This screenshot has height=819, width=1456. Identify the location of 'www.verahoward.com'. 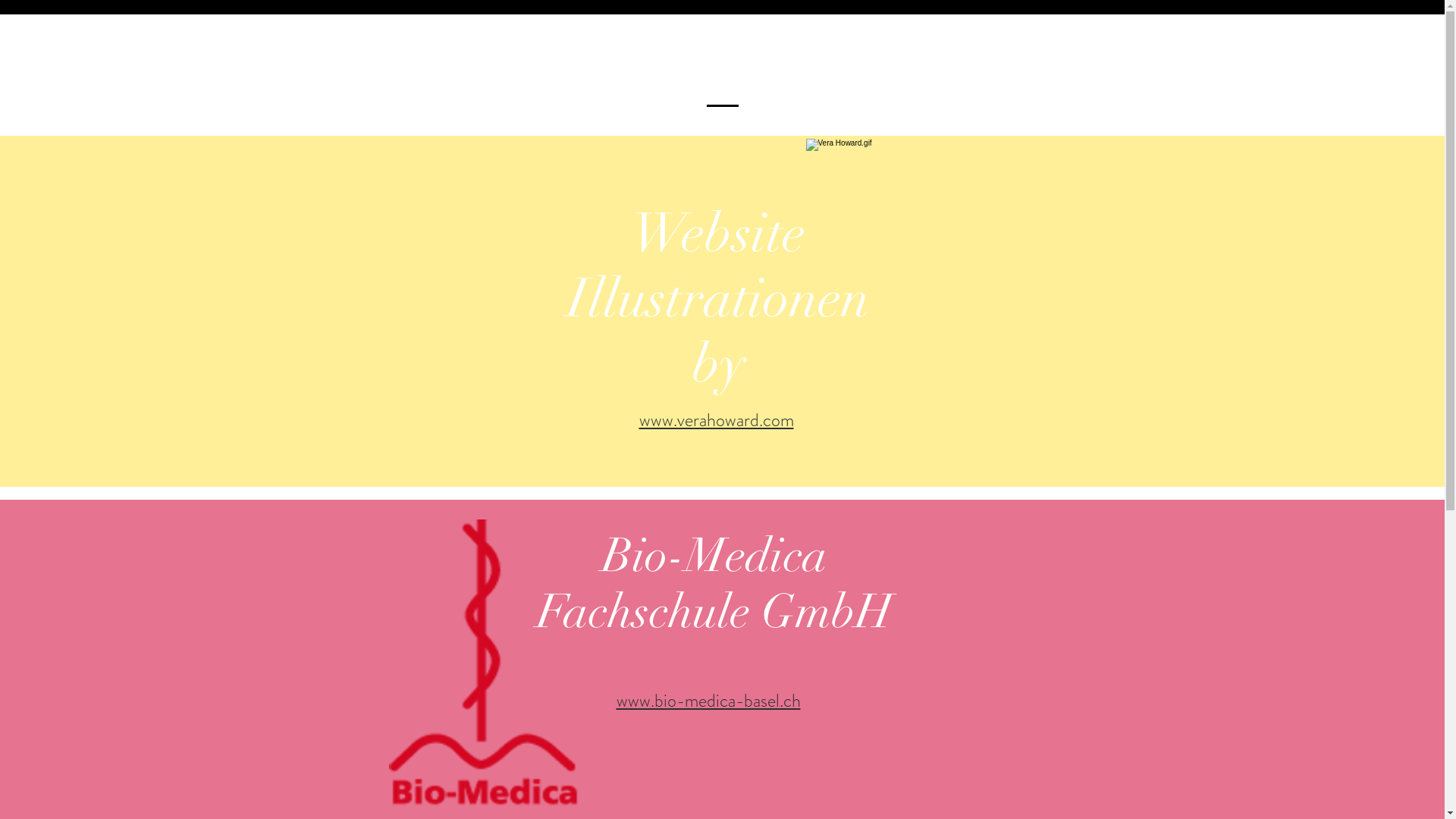
(715, 420).